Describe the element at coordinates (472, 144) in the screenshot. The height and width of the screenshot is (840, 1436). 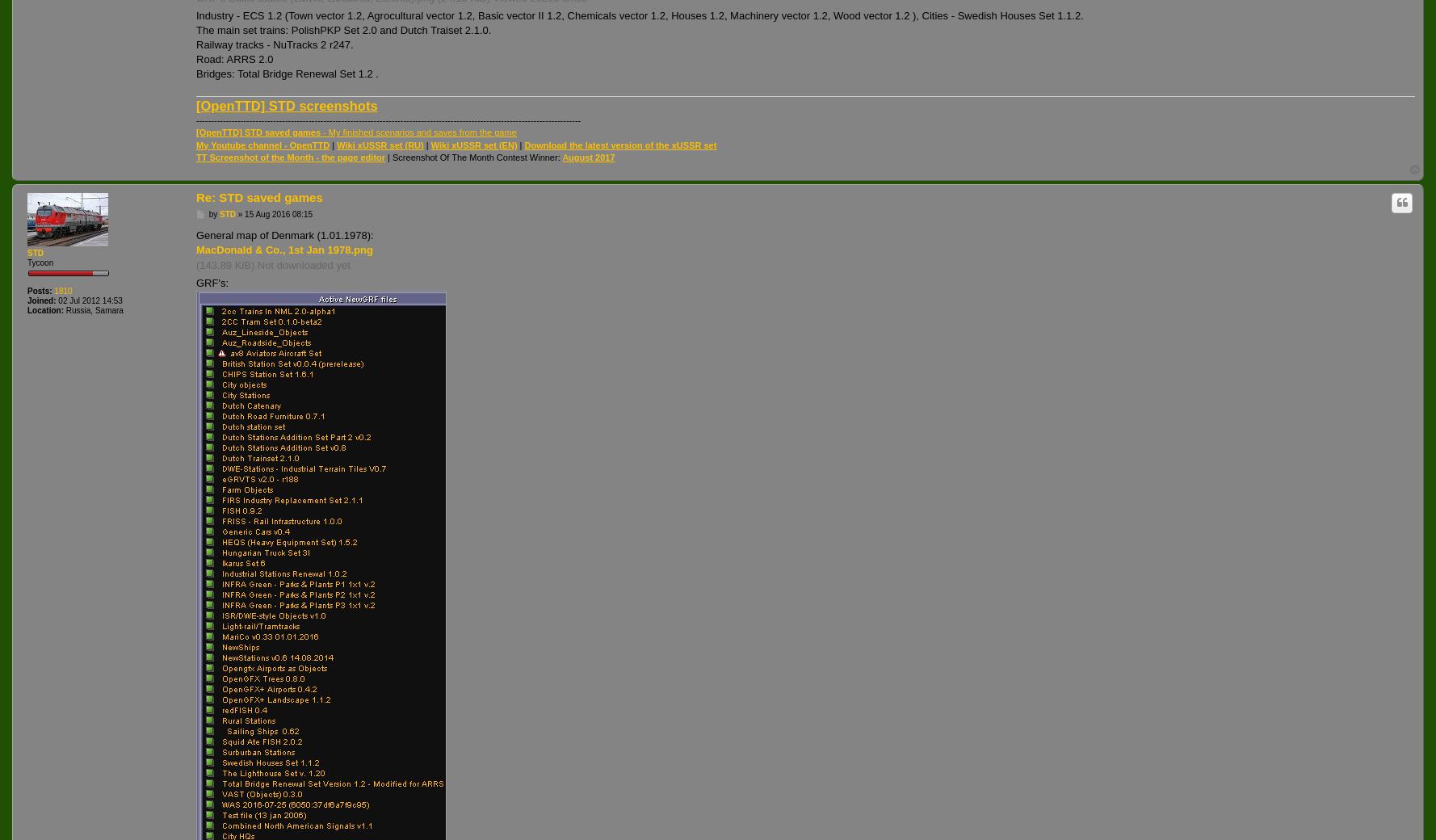
I see `'Wiki xUSSR set (EN)'` at that location.